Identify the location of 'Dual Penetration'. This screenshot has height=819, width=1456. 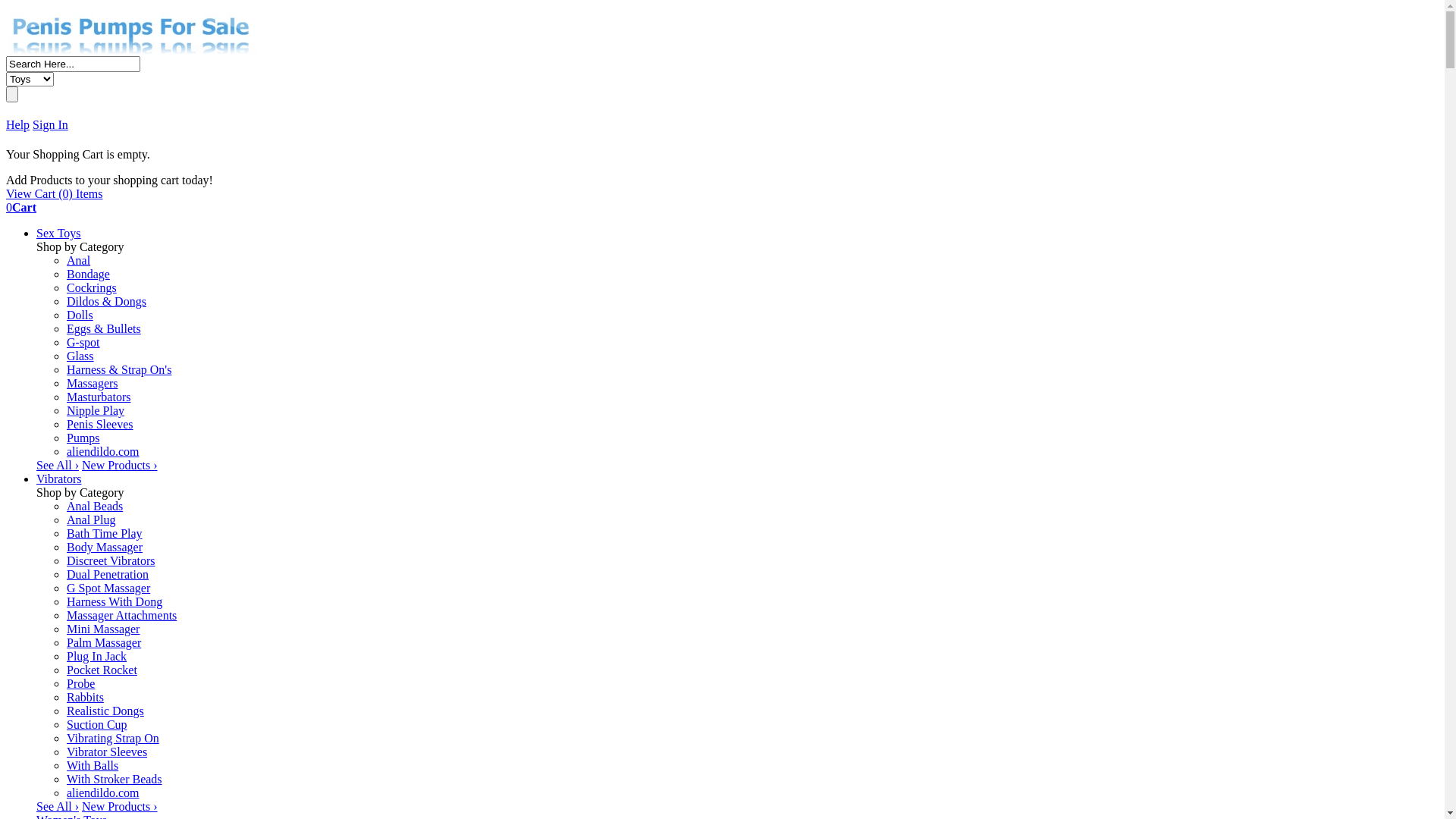
(107, 574).